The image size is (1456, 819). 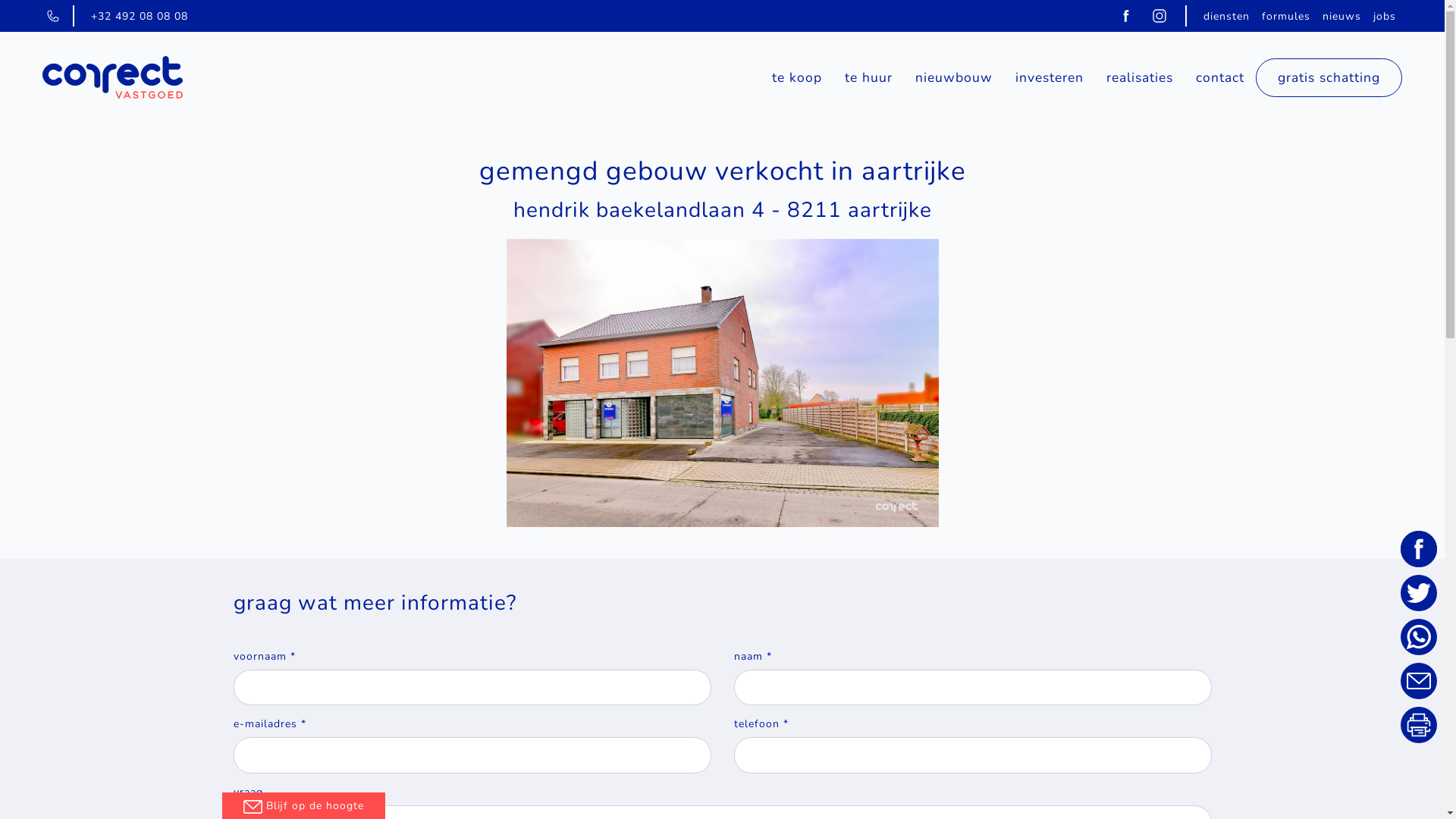 What do you see at coordinates (1139, 77) in the screenshot?
I see `'realisaties'` at bounding box center [1139, 77].